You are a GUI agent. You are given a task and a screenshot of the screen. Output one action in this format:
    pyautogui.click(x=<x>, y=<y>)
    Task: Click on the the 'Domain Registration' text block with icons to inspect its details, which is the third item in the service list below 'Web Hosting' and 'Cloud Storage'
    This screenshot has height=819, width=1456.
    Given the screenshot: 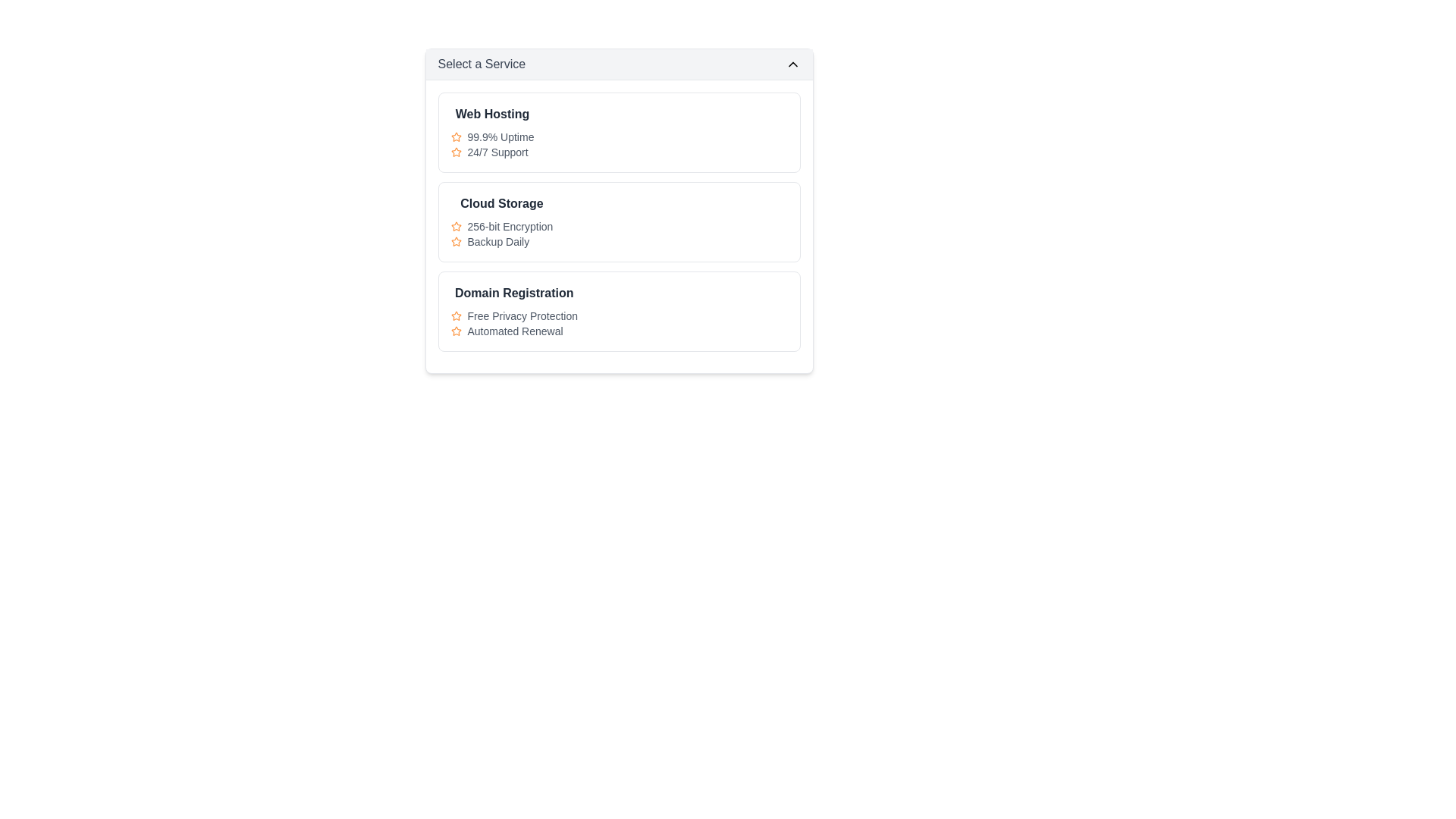 What is the action you would take?
    pyautogui.click(x=514, y=311)
    